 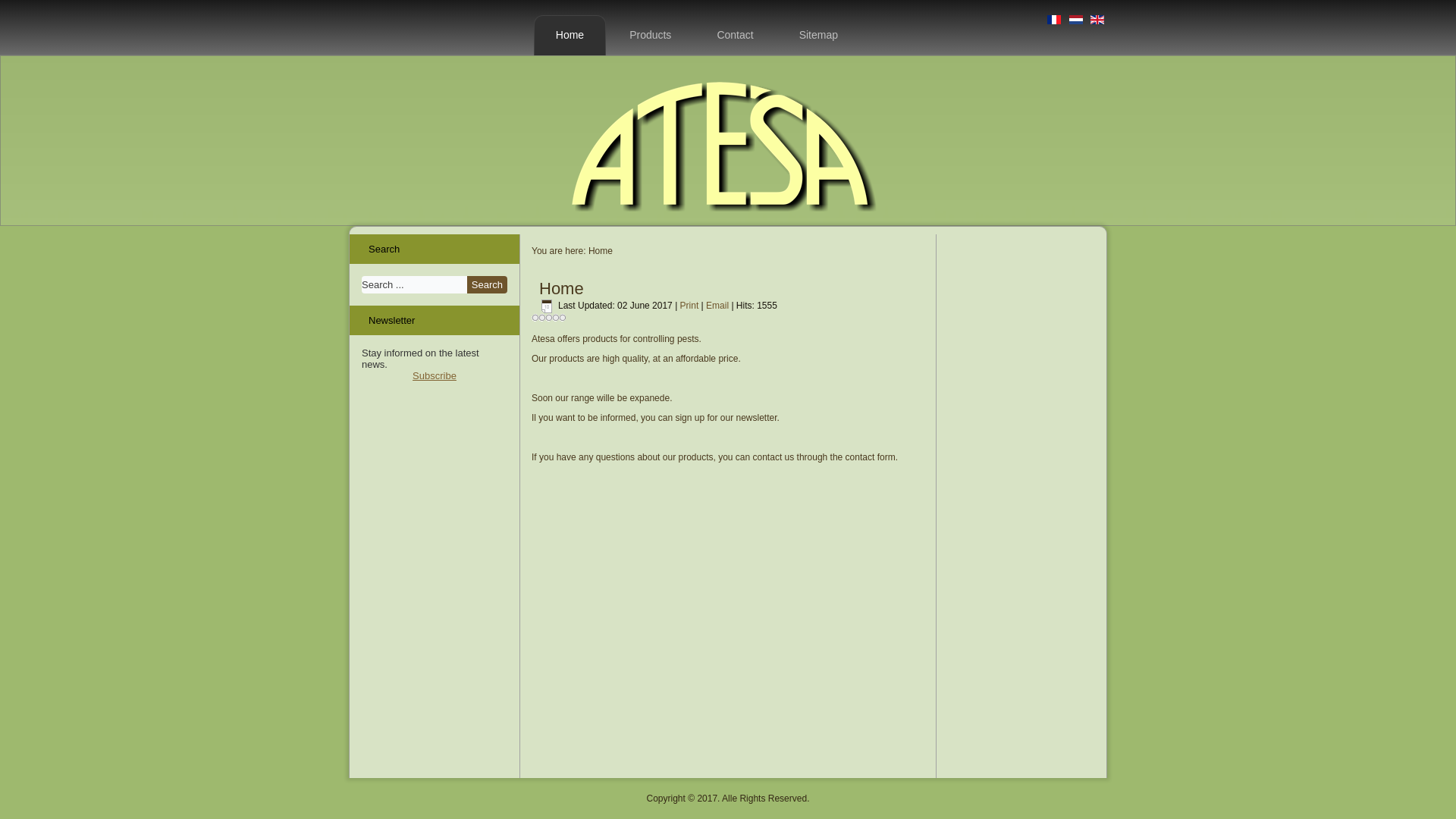 I want to click on 'Search', so click(x=487, y=284).